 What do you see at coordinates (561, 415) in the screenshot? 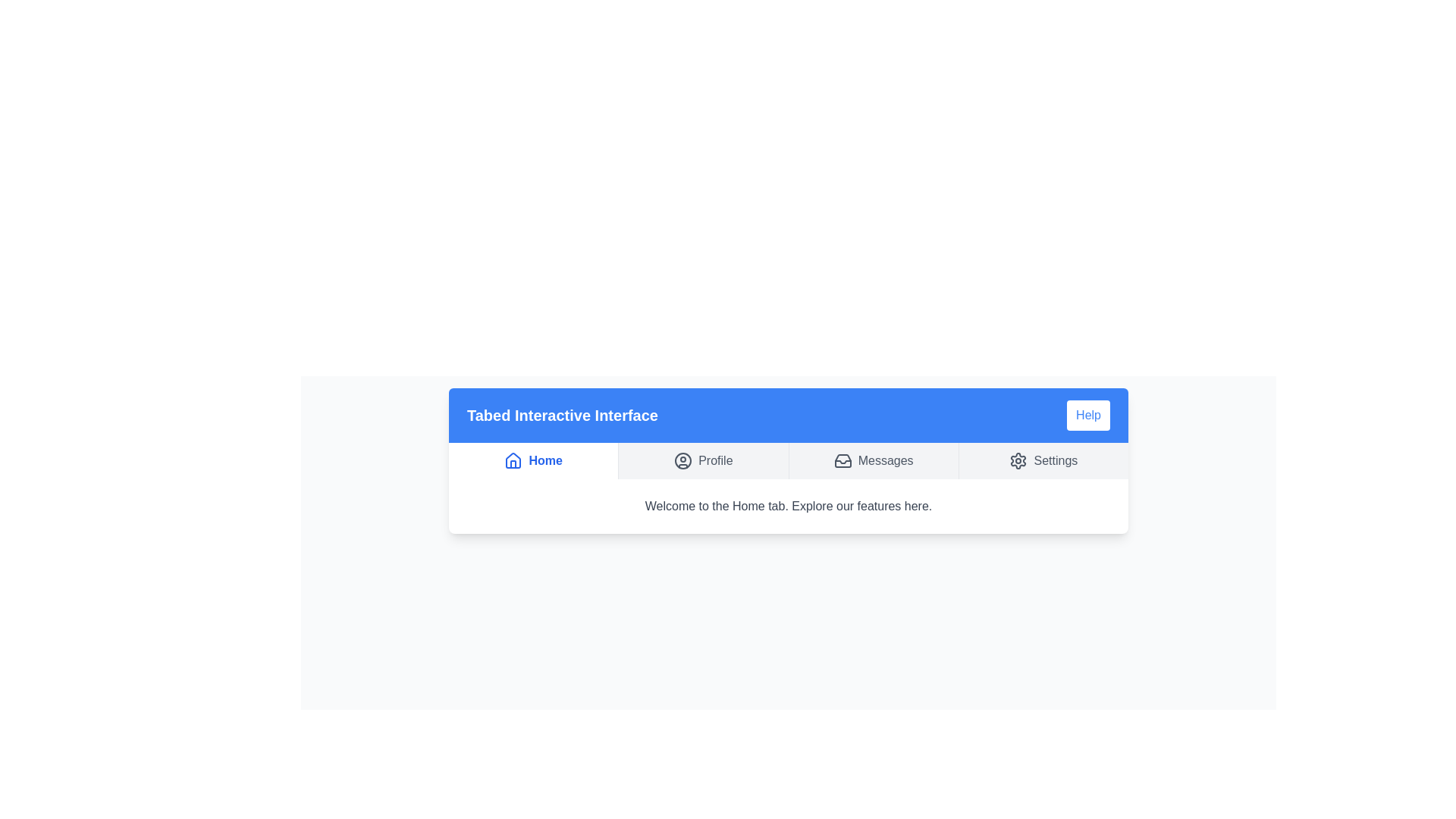
I see `text label that displays 'Tabed Interactive Interface', which is a bold white text on a blue background located on the left section of the header bar` at bounding box center [561, 415].